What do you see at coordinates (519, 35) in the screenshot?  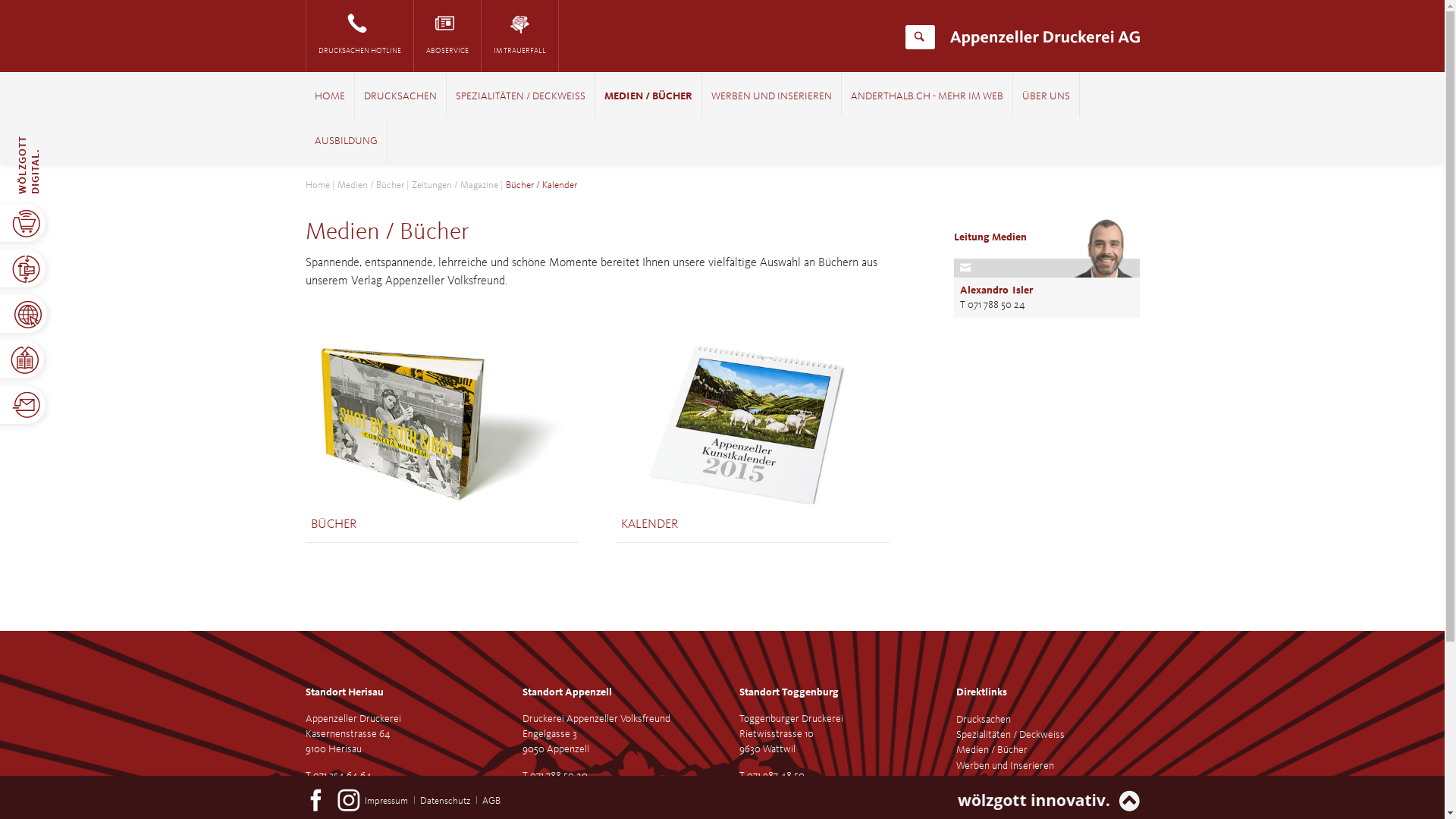 I see `'IM TRAUERFALL'` at bounding box center [519, 35].